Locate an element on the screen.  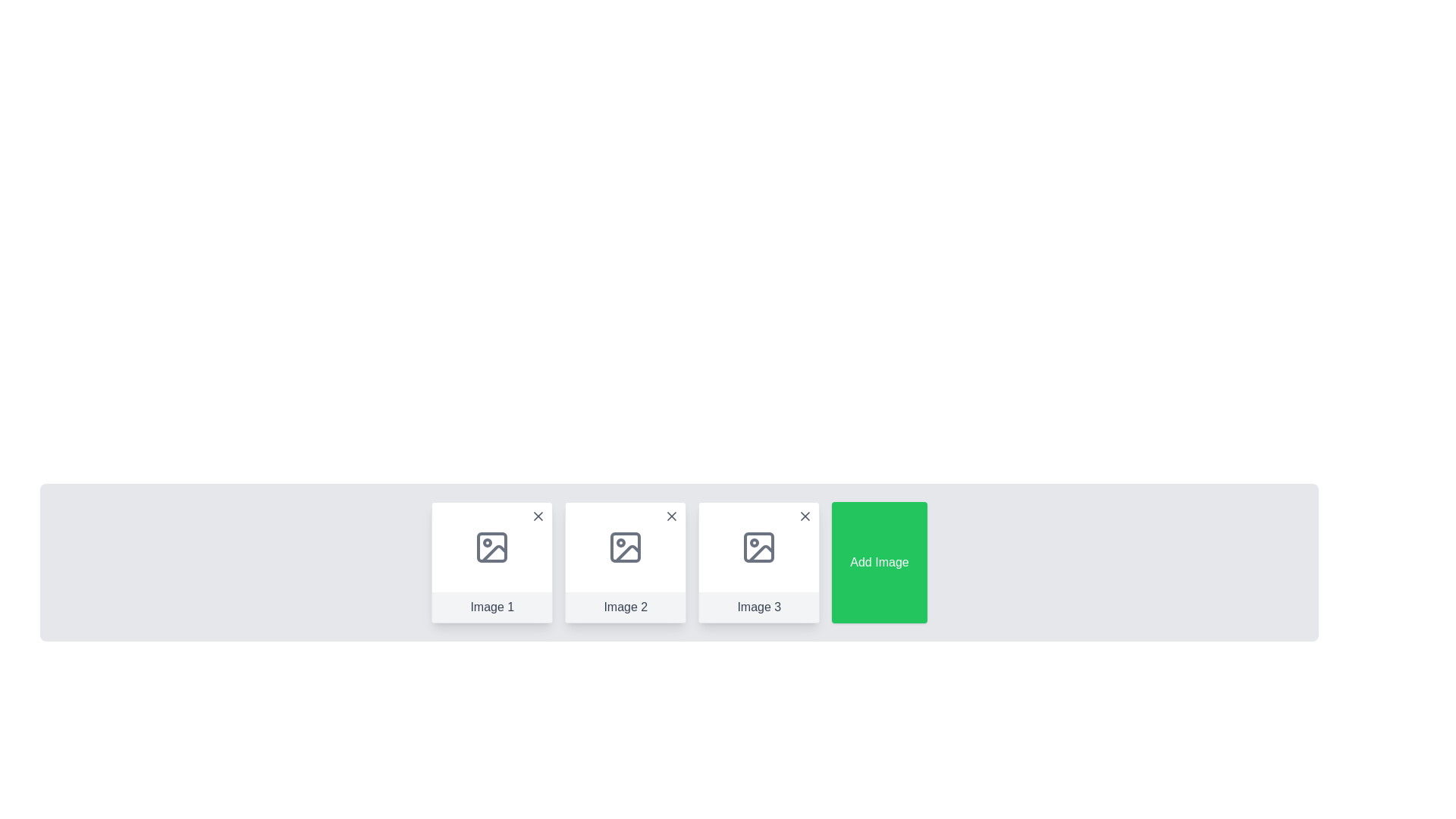
the upper-left to lower-right diagonal cross segment of the 'X' icon located in the header section of the thumbnail labeled 'Image 2' is located at coordinates (671, 516).